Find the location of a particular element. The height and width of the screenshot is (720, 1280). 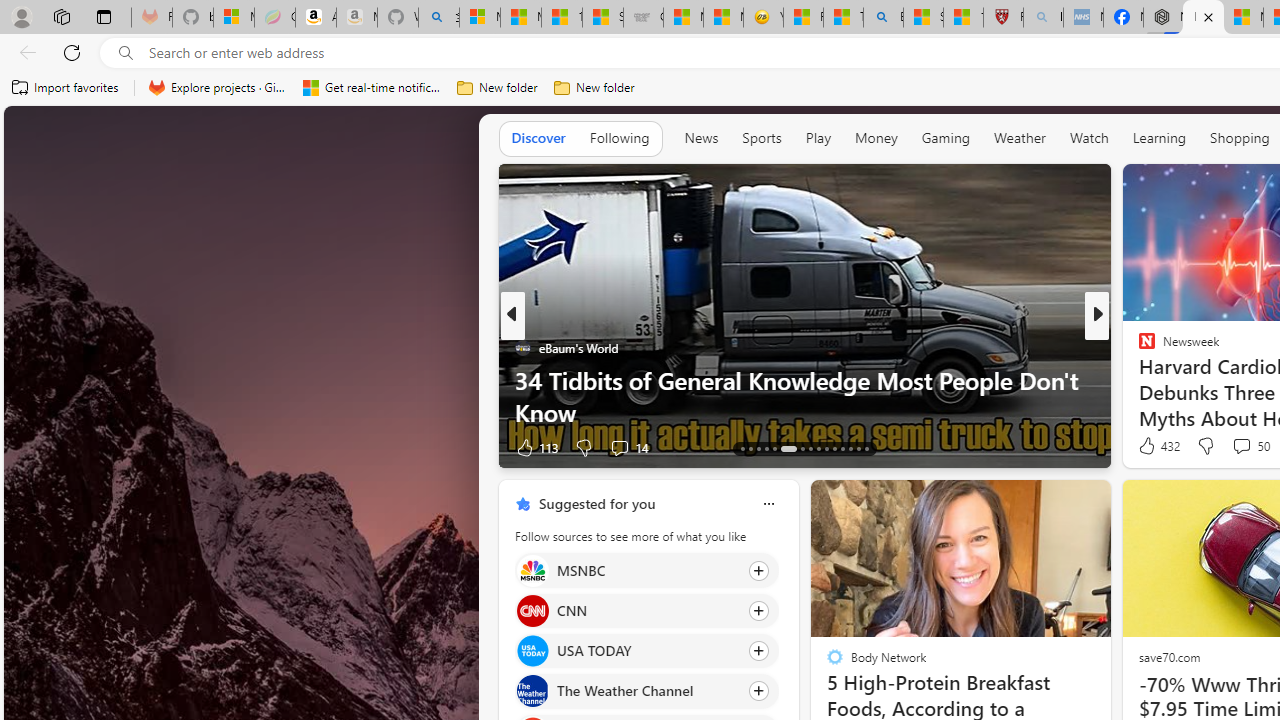

'Robert H. Shmerling, MD - Harvard Health' is located at coordinates (1003, 17).